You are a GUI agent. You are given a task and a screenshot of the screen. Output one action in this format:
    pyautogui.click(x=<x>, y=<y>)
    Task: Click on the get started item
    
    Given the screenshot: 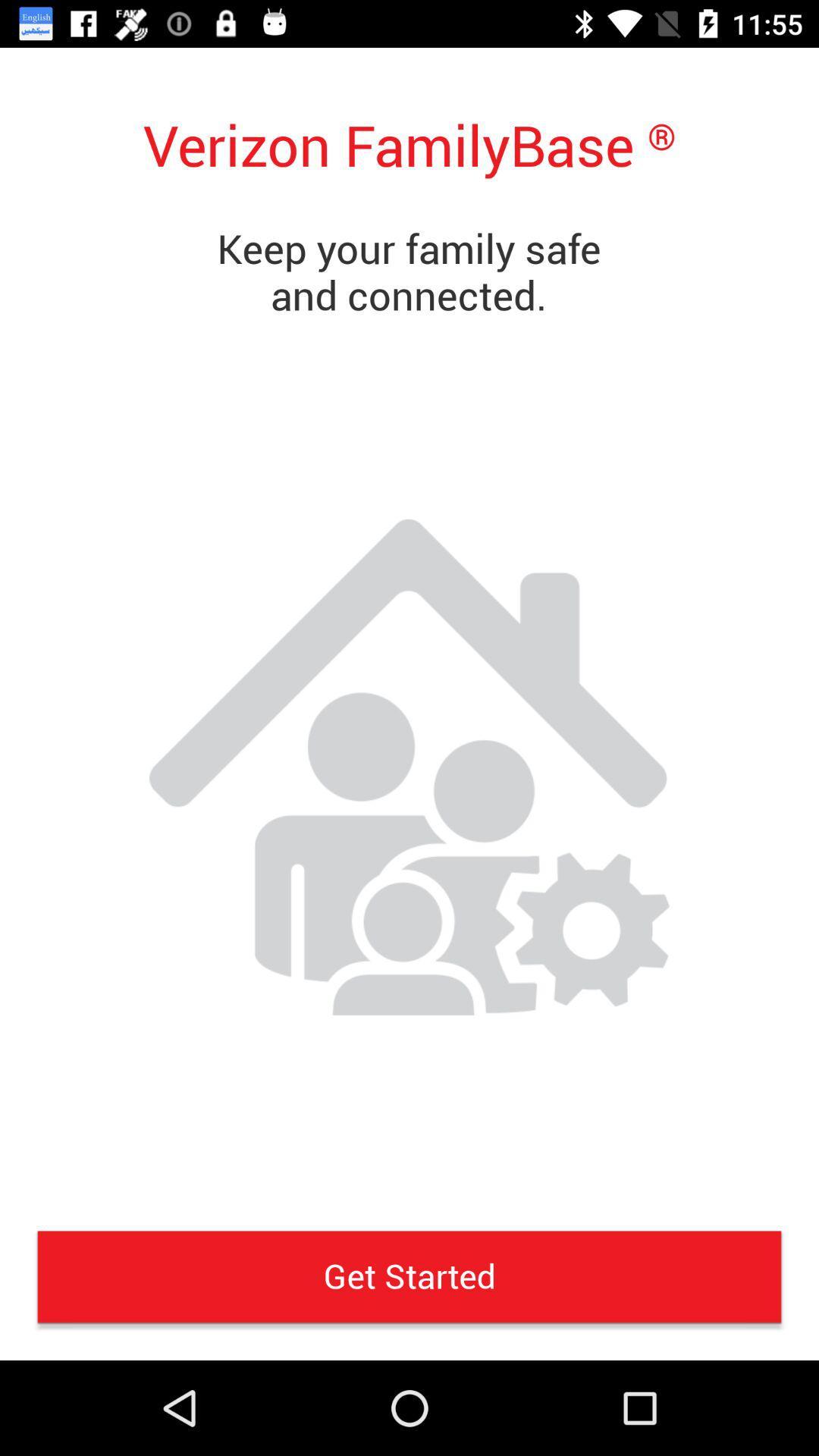 What is the action you would take?
    pyautogui.click(x=409, y=1276)
    